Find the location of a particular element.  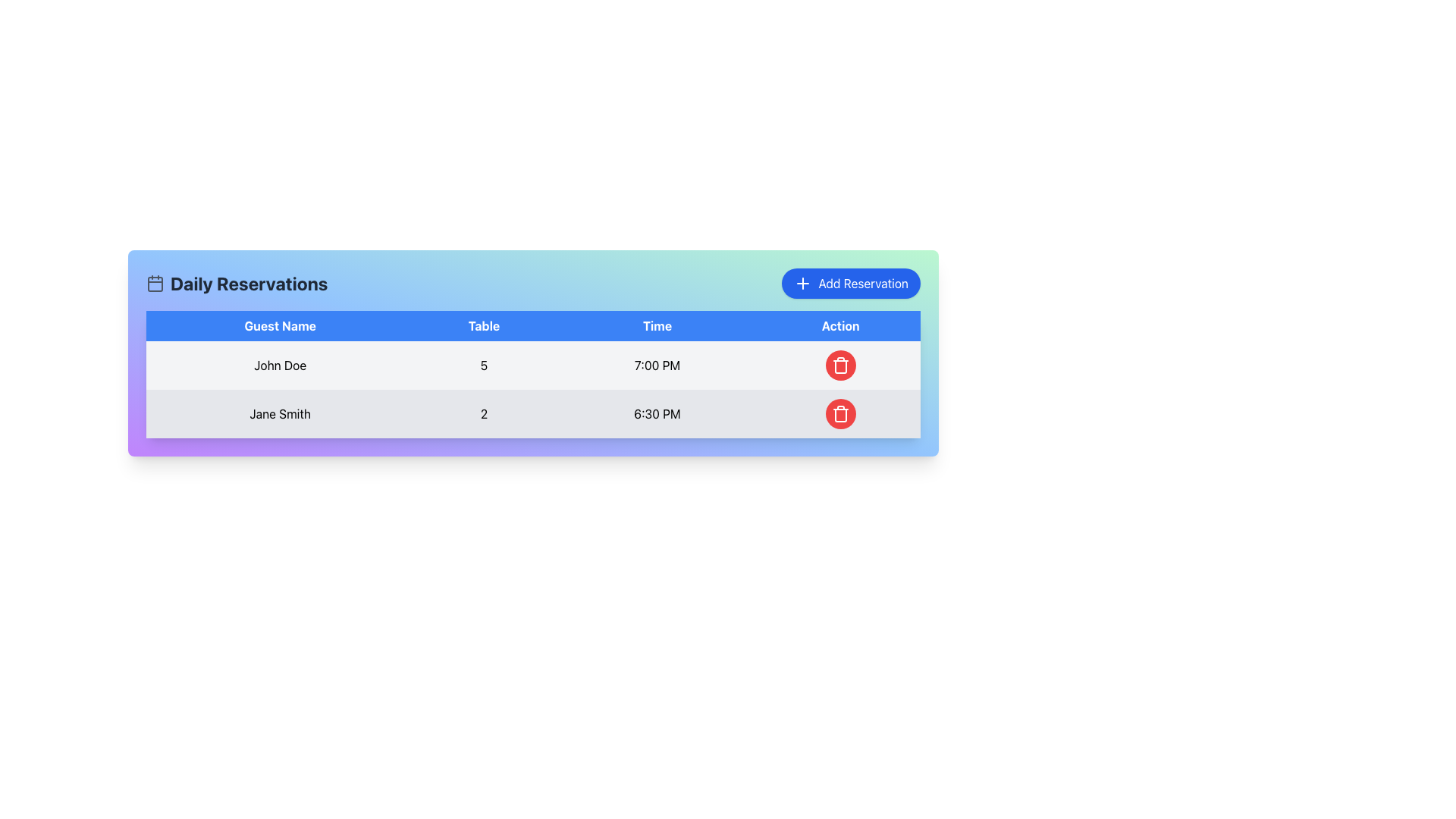

the delete button in the 'Action' column for the row corresponding to 'Jane Smith' is located at coordinates (839, 414).